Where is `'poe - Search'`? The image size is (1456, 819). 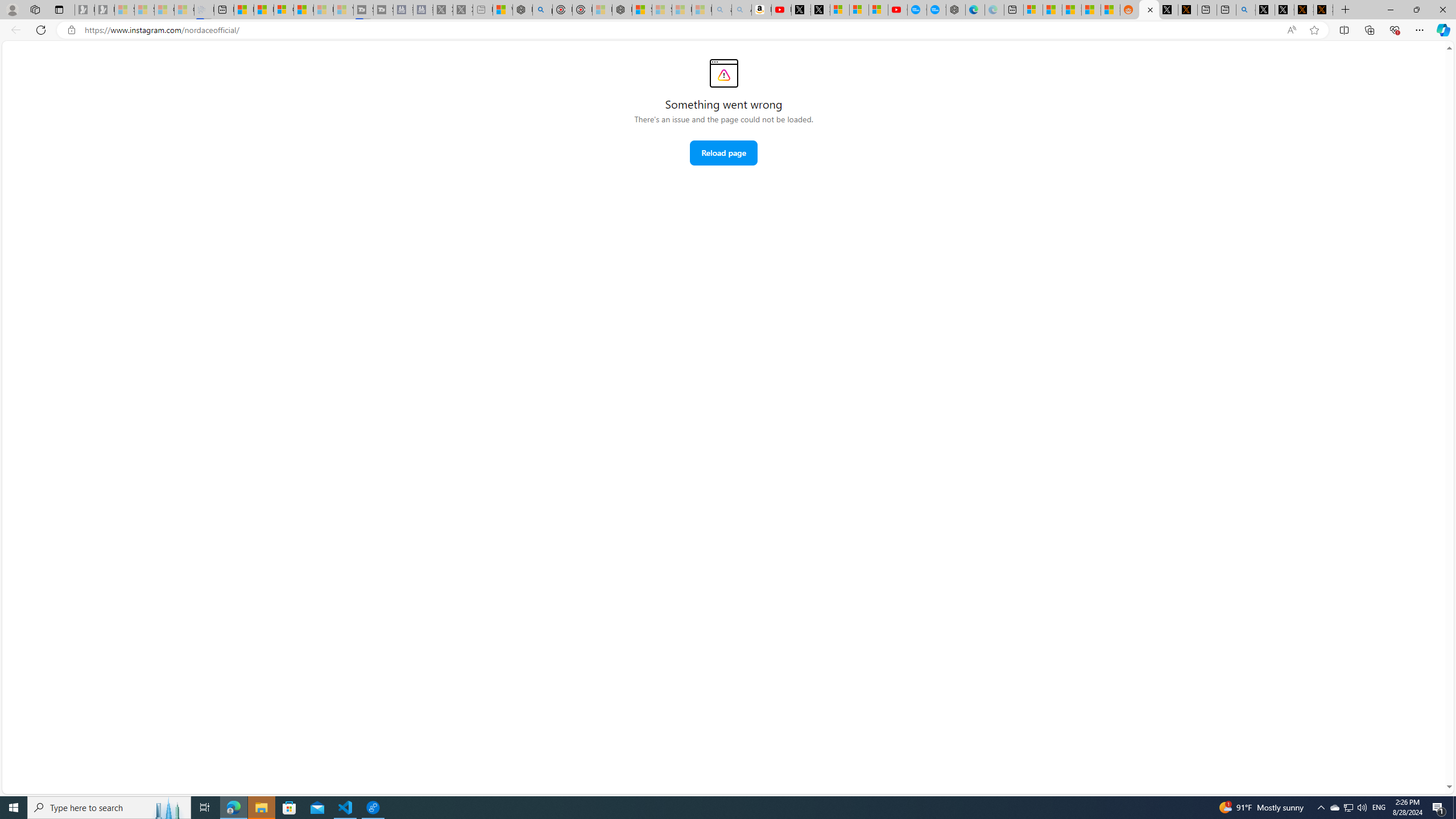 'poe - Search' is located at coordinates (542, 9).